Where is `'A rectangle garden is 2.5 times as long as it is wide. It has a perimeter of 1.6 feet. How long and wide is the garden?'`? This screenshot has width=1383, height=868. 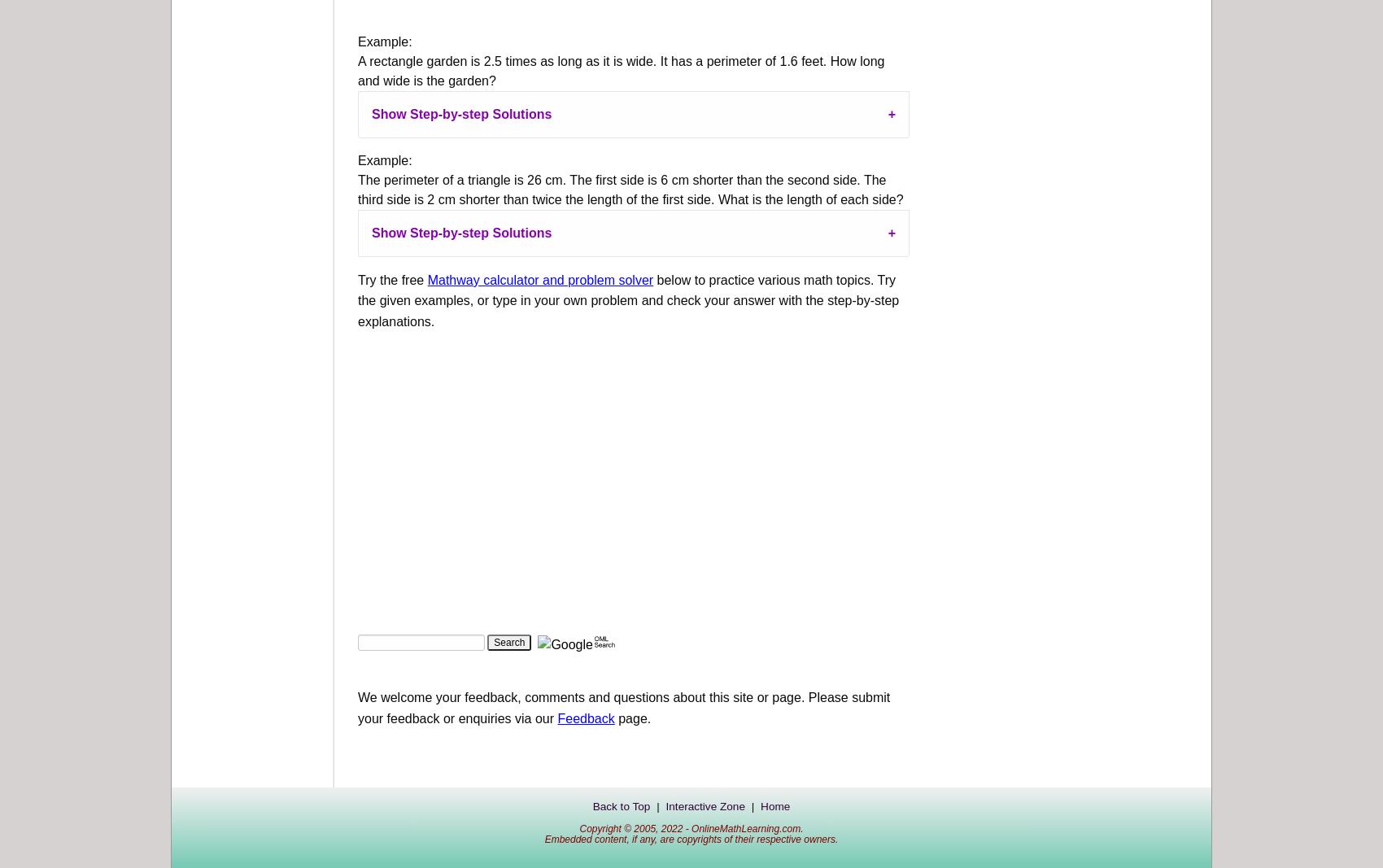
'A rectangle garden is 2.5 times as long as it is wide. It has a perimeter of 1.6 feet. How long and wide is the garden?' is located at coordinates (357, 69).